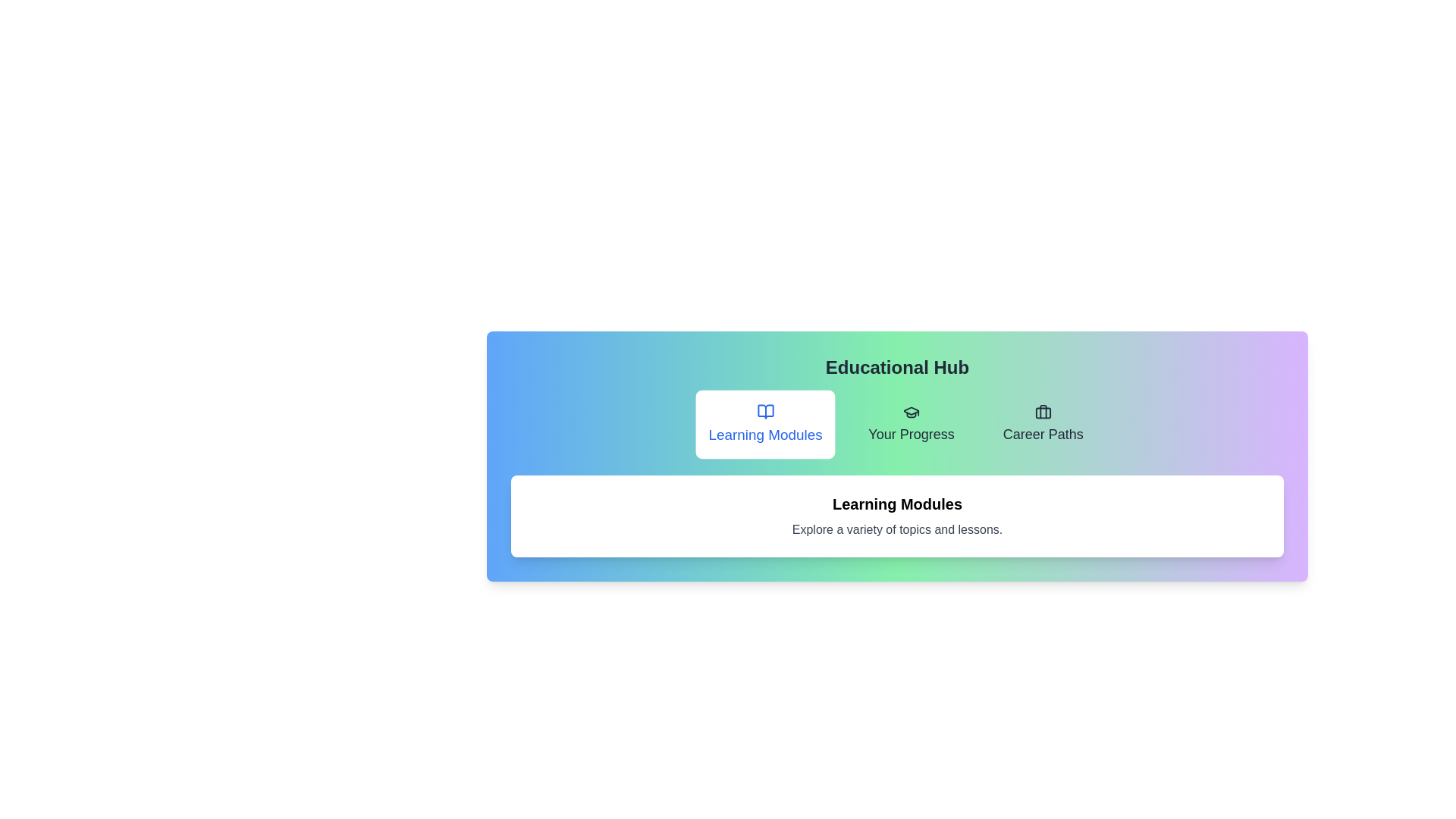 Image resolution: width=1456 pixels, height=819 pixels. Describe the element at coordinates (1042, 424) in the screenshot. I see `the tab Career Paths to view its content` at that location.